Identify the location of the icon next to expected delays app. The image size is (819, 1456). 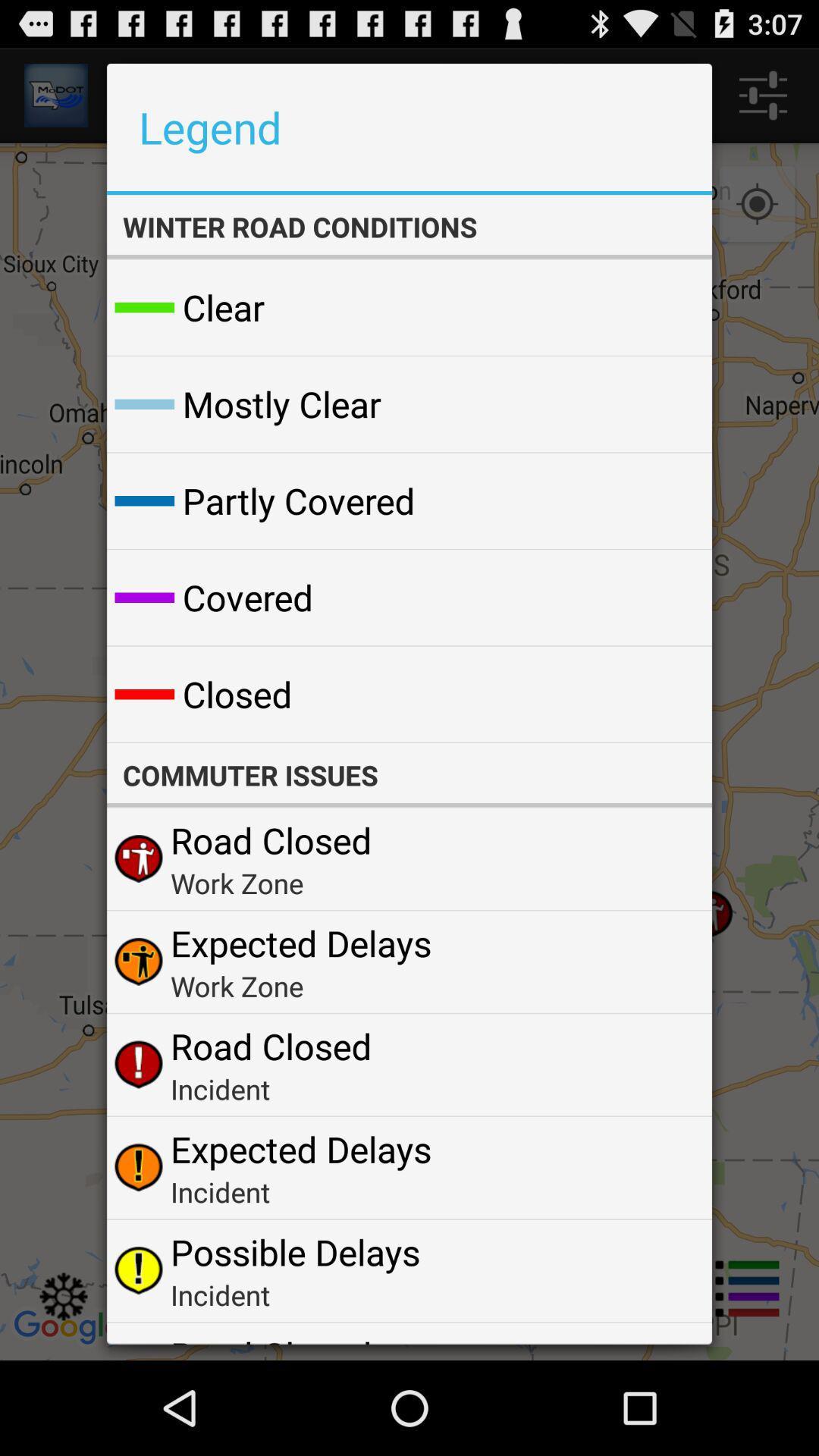
(663, 1166).